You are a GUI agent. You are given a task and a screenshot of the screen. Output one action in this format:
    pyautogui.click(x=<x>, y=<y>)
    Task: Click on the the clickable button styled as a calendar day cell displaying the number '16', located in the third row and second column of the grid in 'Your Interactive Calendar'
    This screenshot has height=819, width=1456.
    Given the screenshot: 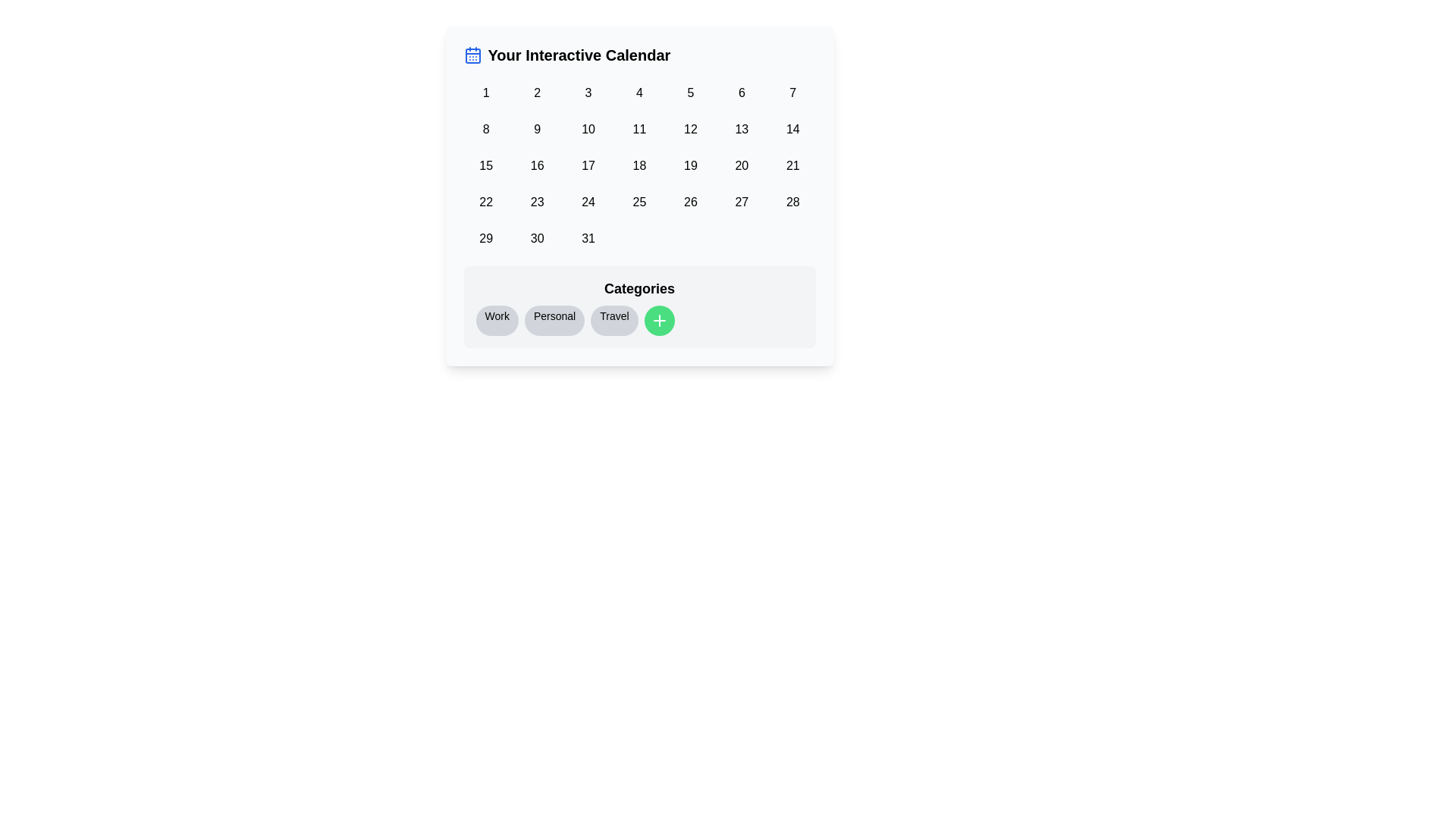 What is the action you would take?
    pyautogui.click(x=537, y=166)
    